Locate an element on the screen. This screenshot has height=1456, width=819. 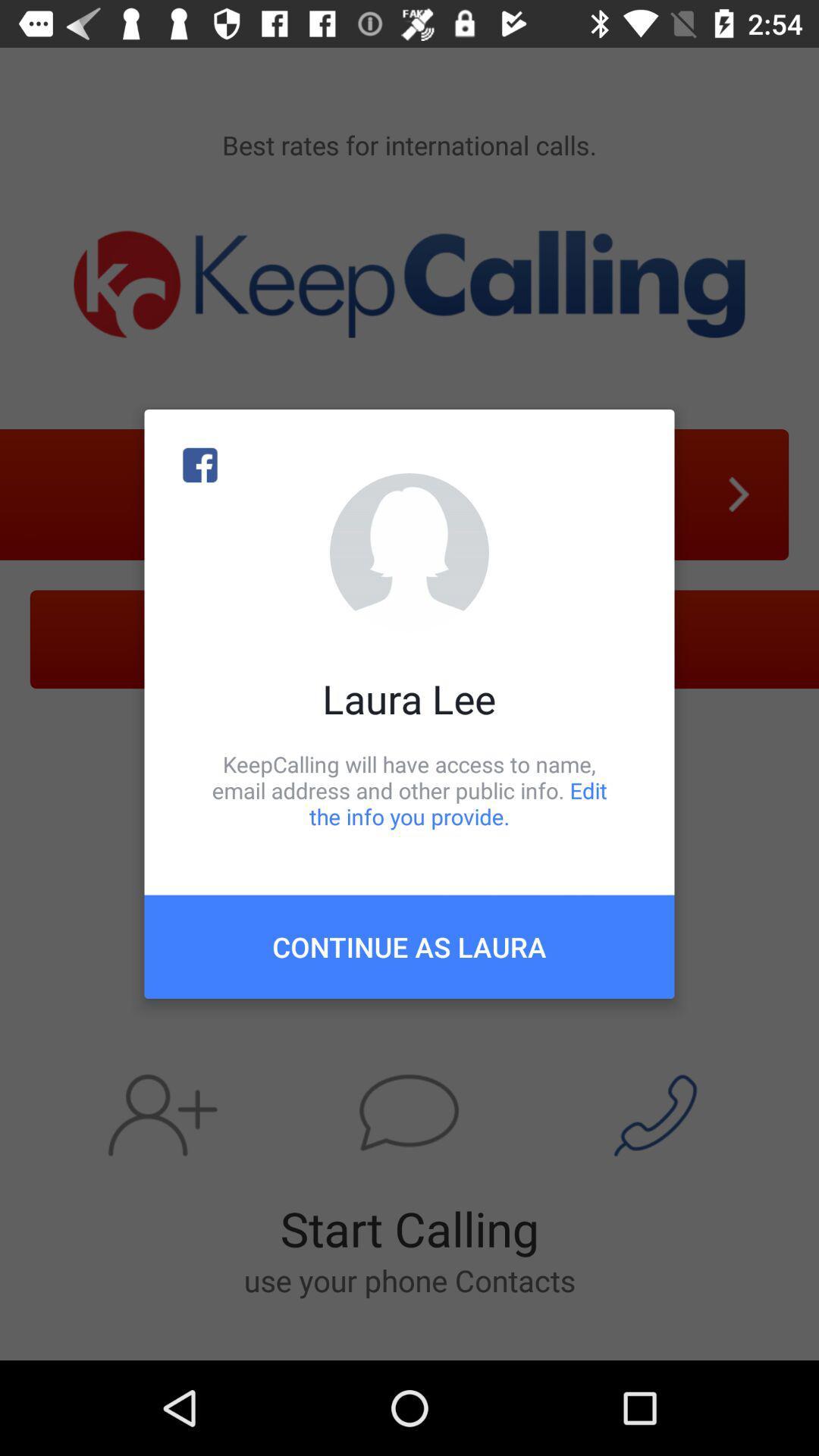
the item below laura lee item is located at coordinates (409, 789).